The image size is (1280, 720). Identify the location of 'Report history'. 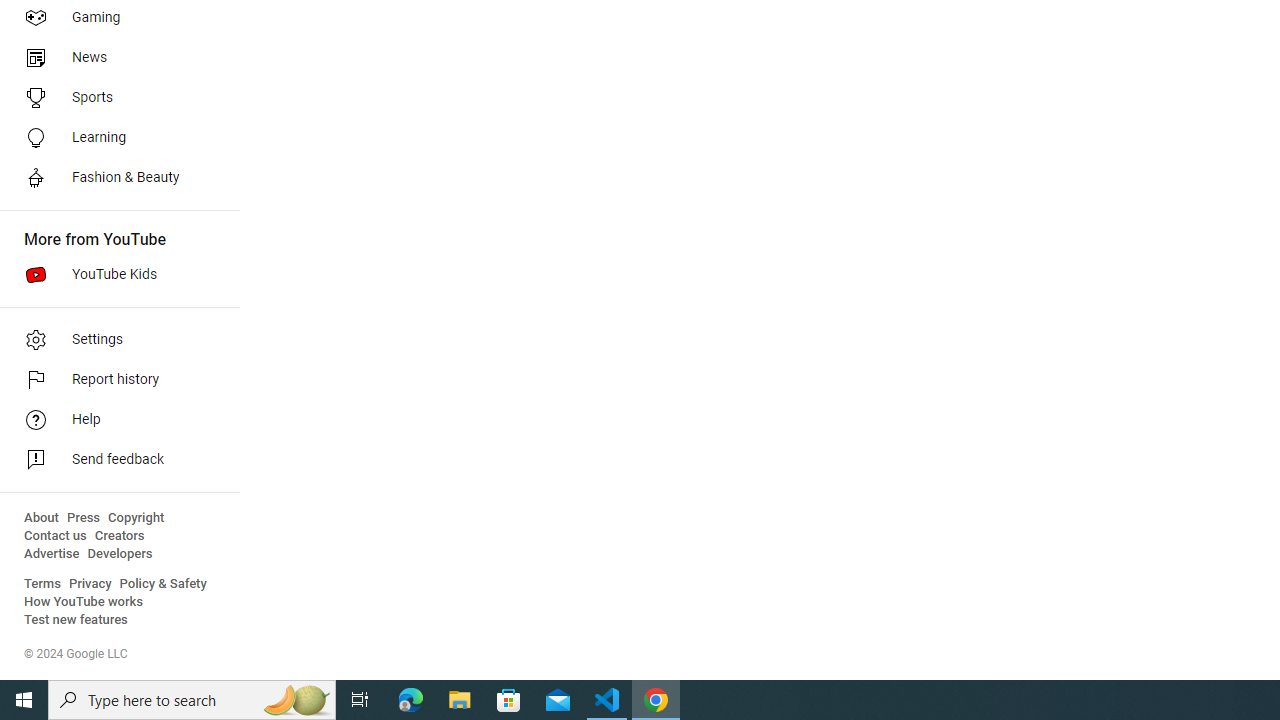
(112, 380).